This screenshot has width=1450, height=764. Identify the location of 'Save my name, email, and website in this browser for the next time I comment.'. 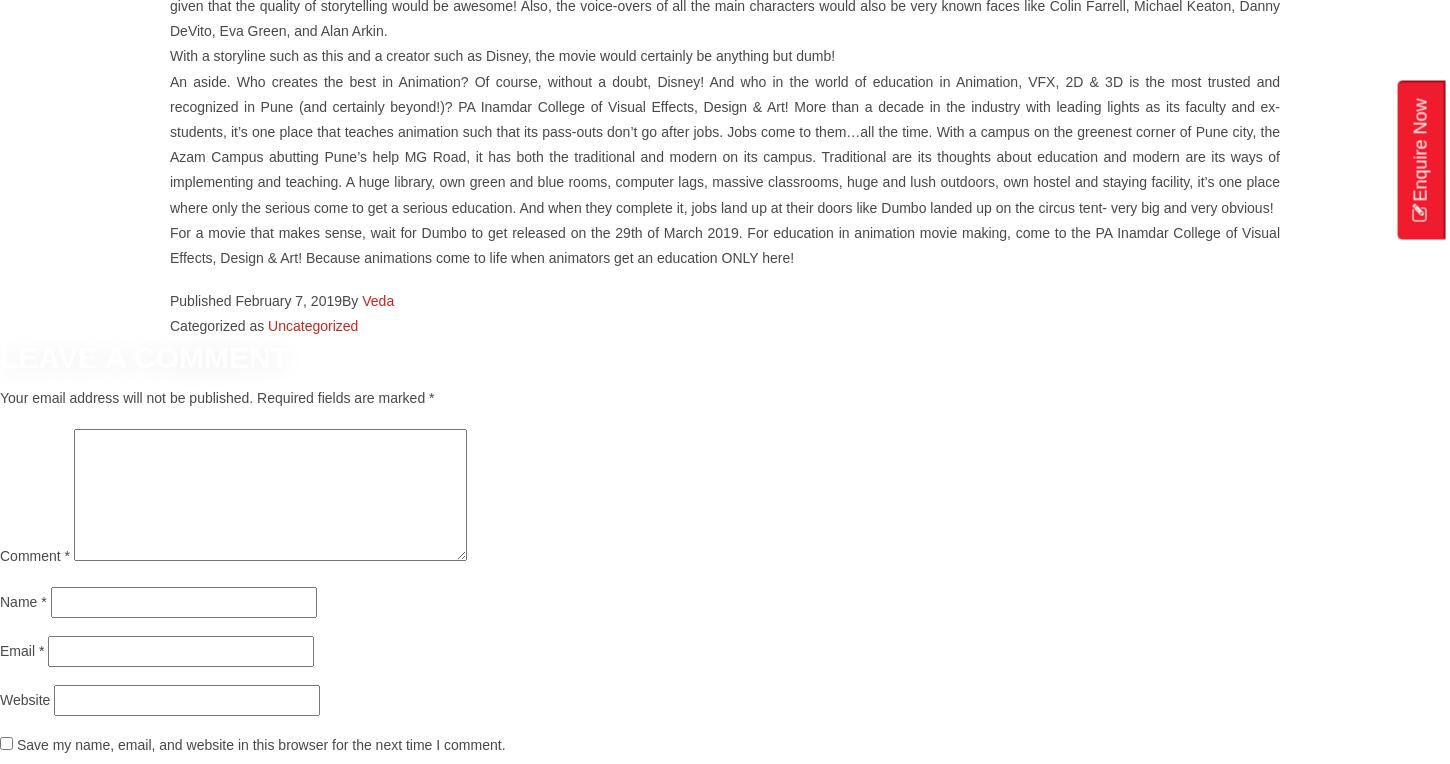
(260, 744).